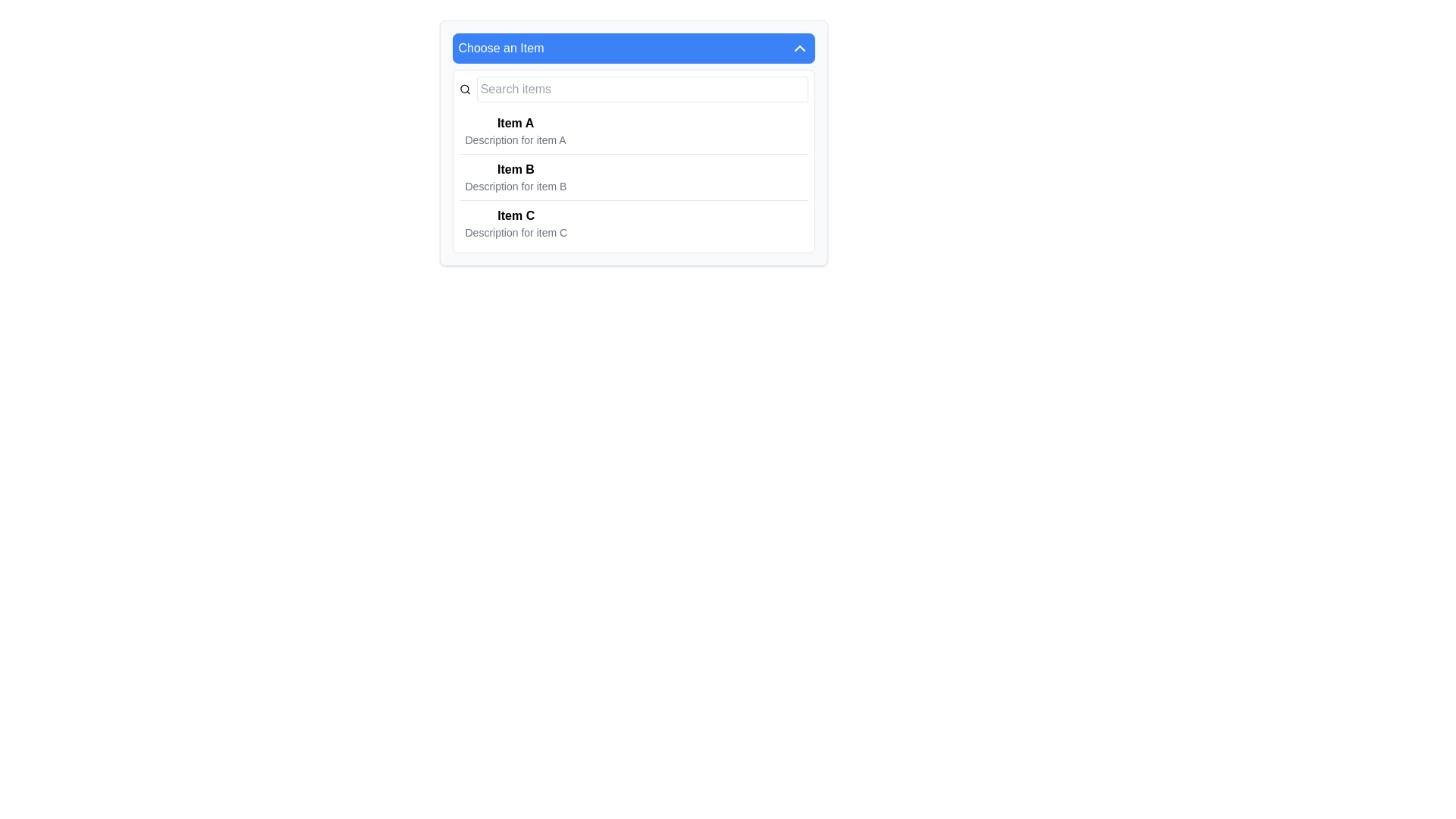  I want to click on the List Item element that displays the bolded title 'Item A' and the description 'Description for item A', so click(516, 130).